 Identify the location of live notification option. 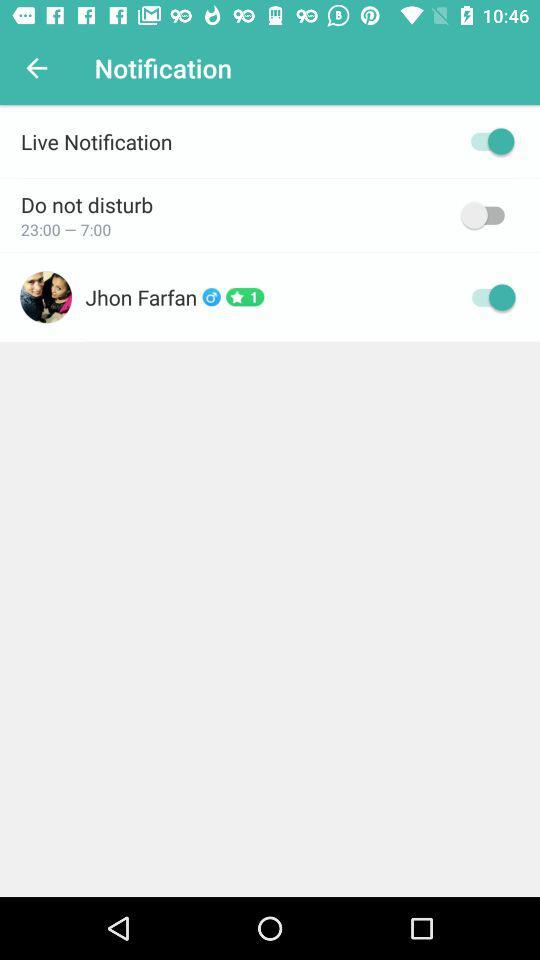
(486, 140).